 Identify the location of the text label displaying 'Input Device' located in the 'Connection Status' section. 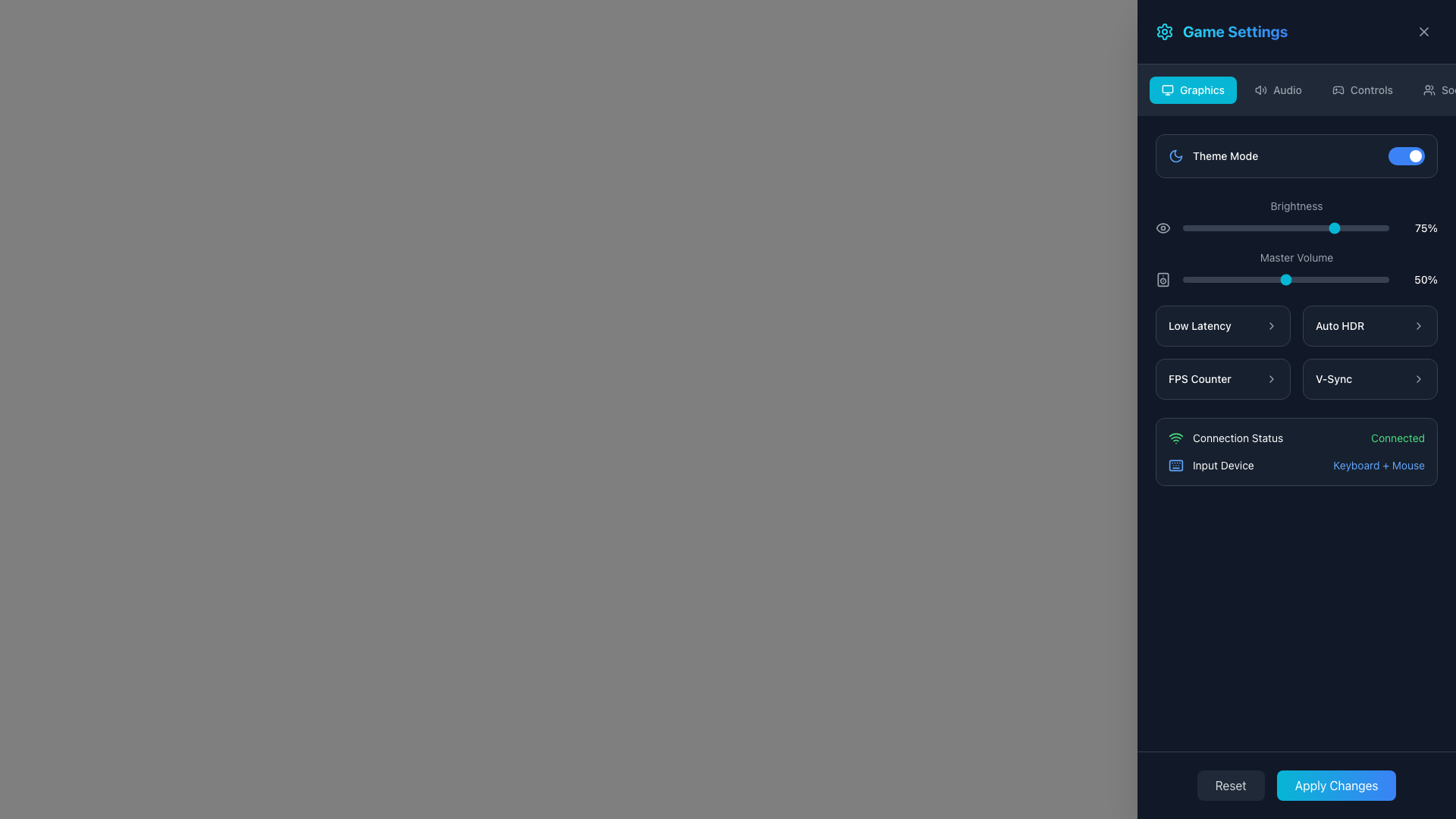
(1223, 464).